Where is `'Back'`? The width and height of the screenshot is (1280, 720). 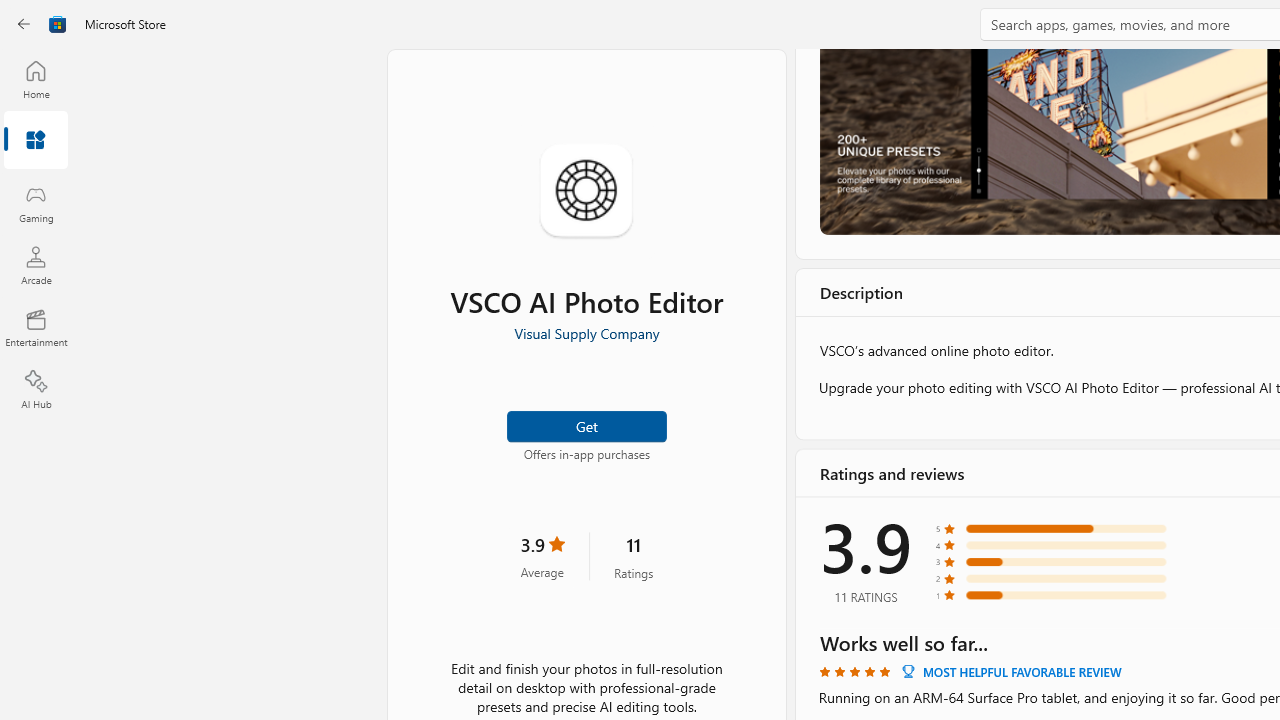 'Back' is located at coordinates (24, 24).